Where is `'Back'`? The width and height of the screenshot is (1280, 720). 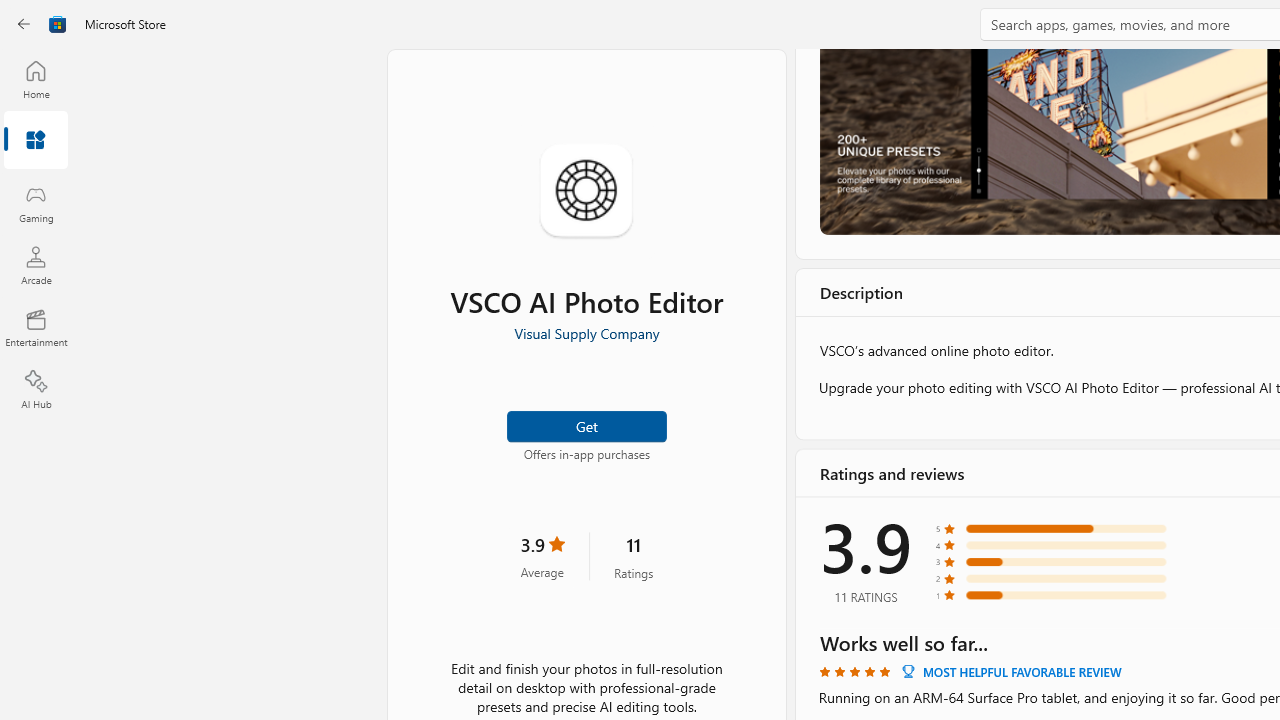 'Back' is located at coordinates (24, 24).